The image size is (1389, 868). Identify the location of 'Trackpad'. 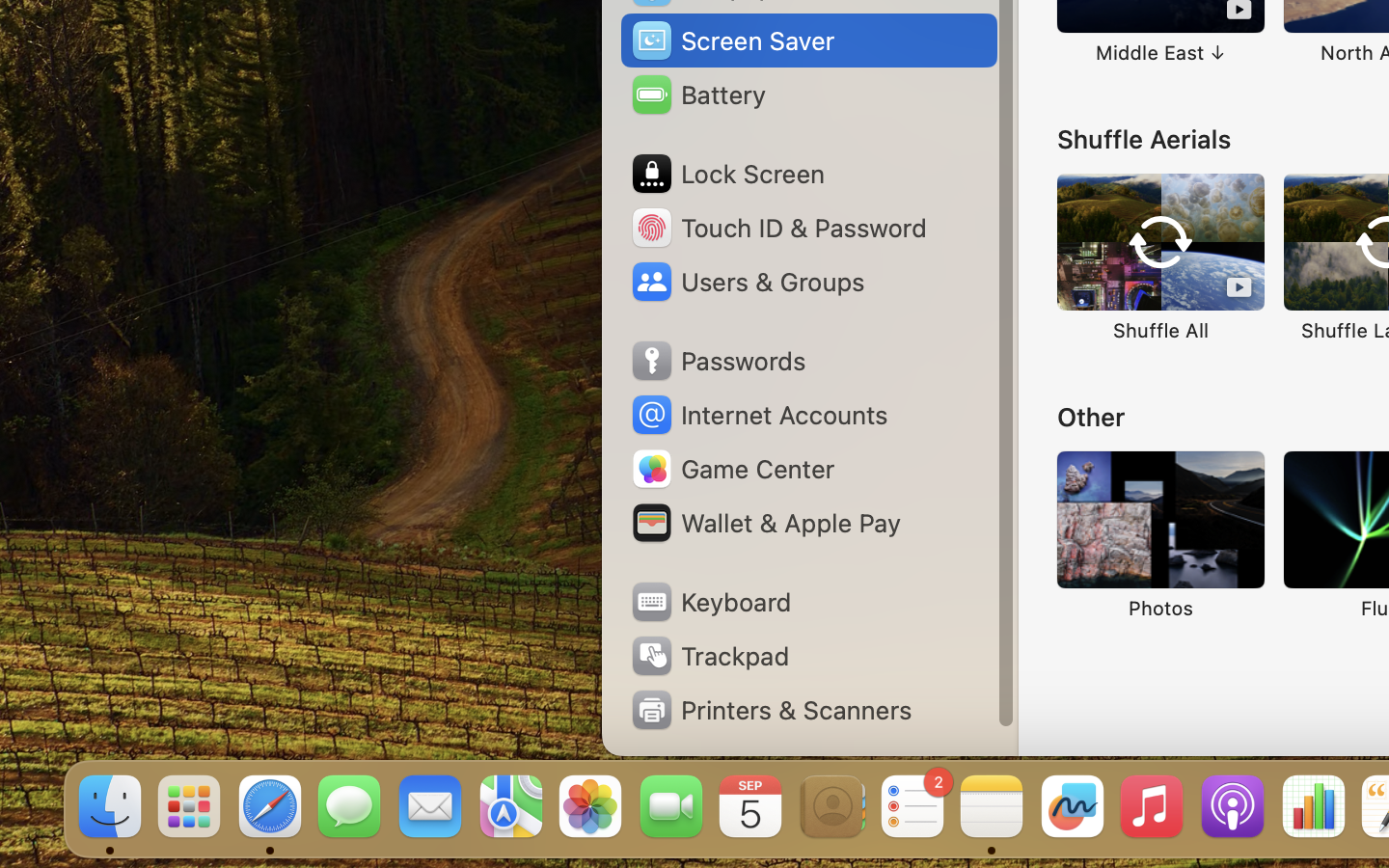
(707, 655).